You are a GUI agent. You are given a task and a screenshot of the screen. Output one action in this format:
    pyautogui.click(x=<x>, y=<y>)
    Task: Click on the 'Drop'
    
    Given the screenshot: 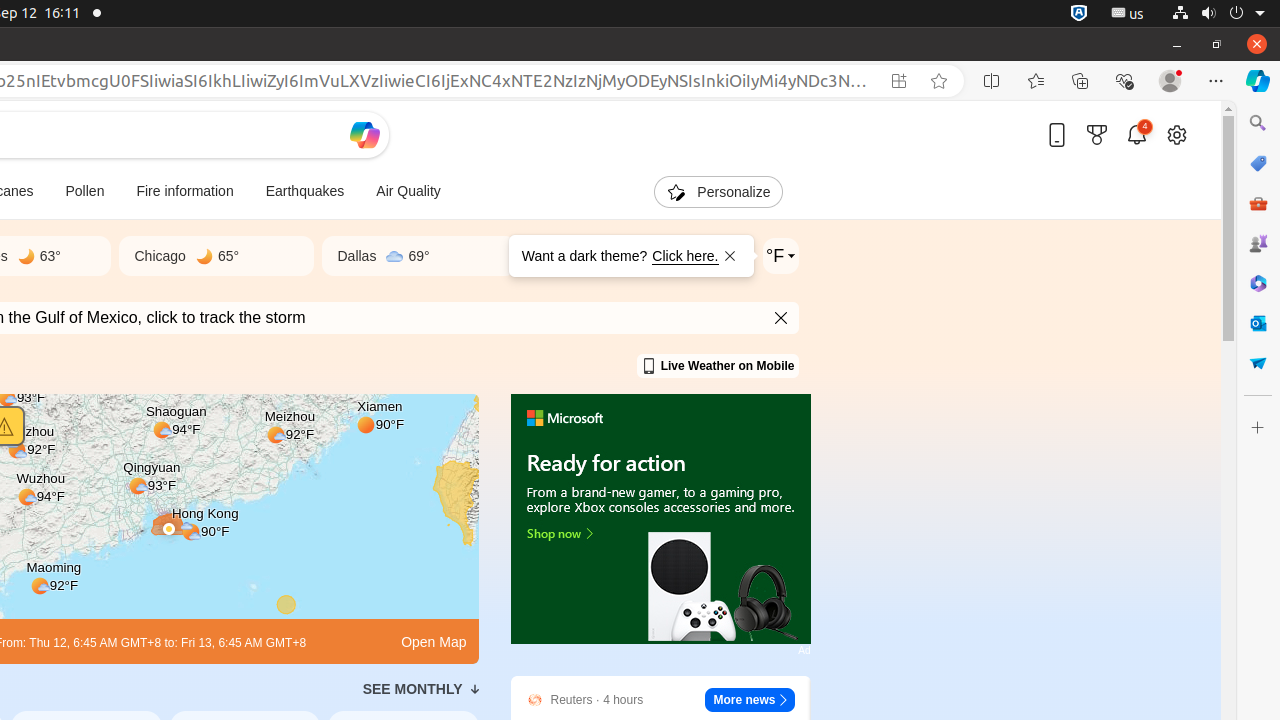 What is the action you would take?
    pyautogui.click(x=1256, y=363)
    